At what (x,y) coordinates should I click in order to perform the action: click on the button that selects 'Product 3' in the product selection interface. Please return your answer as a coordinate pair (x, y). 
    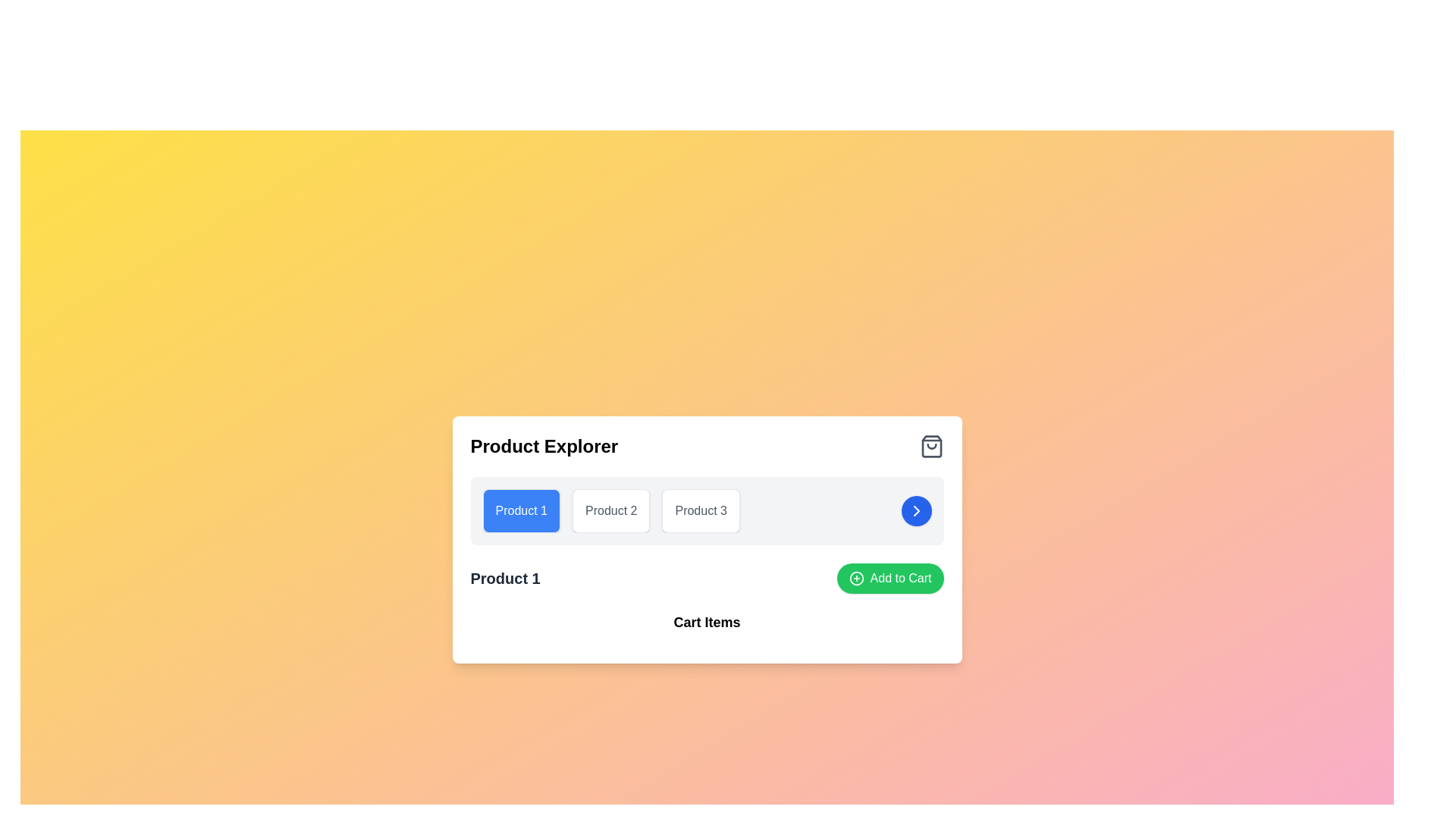
    Looking at the image, I should click on (700, 511).